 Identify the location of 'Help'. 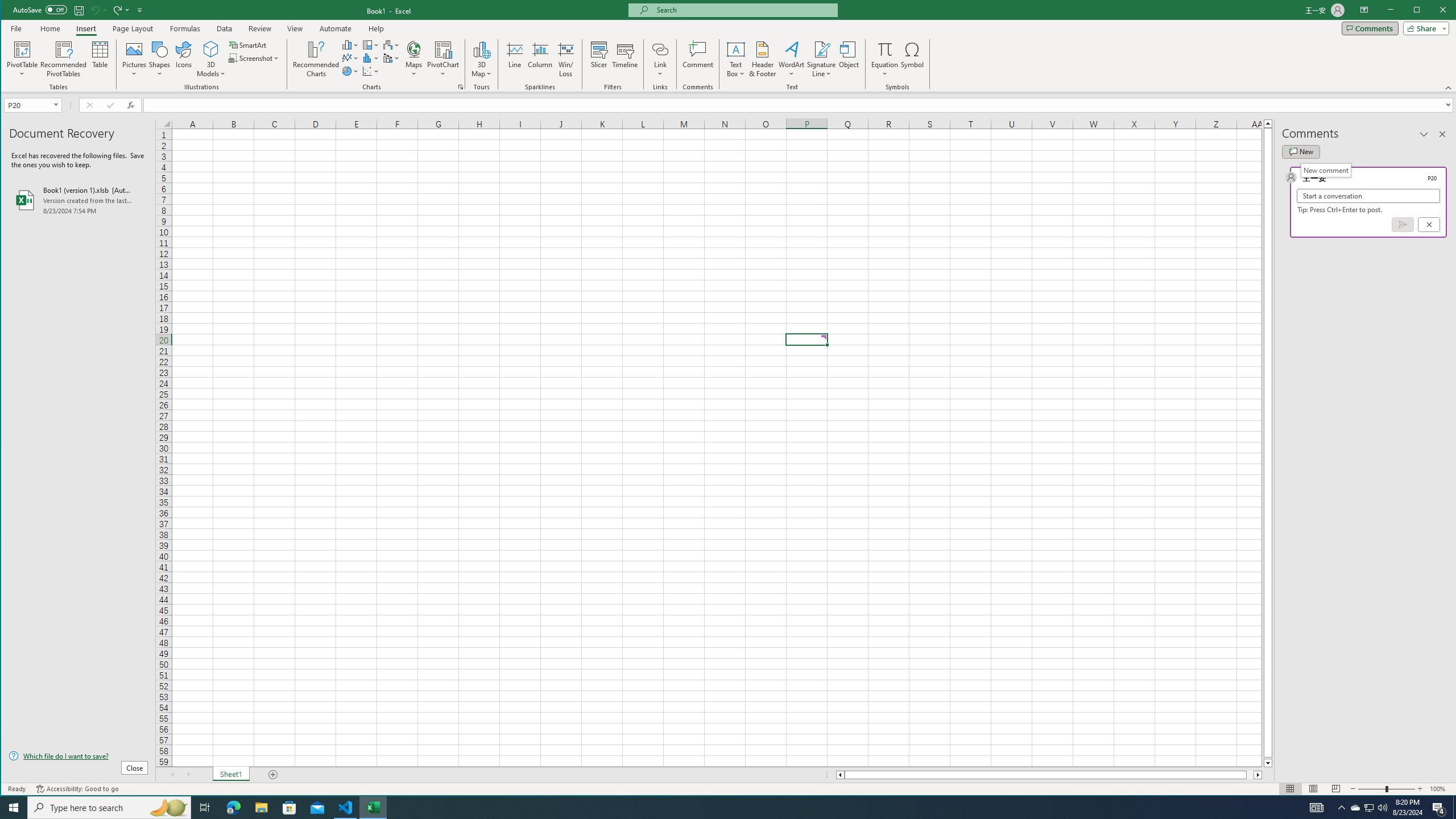
(375, 28).